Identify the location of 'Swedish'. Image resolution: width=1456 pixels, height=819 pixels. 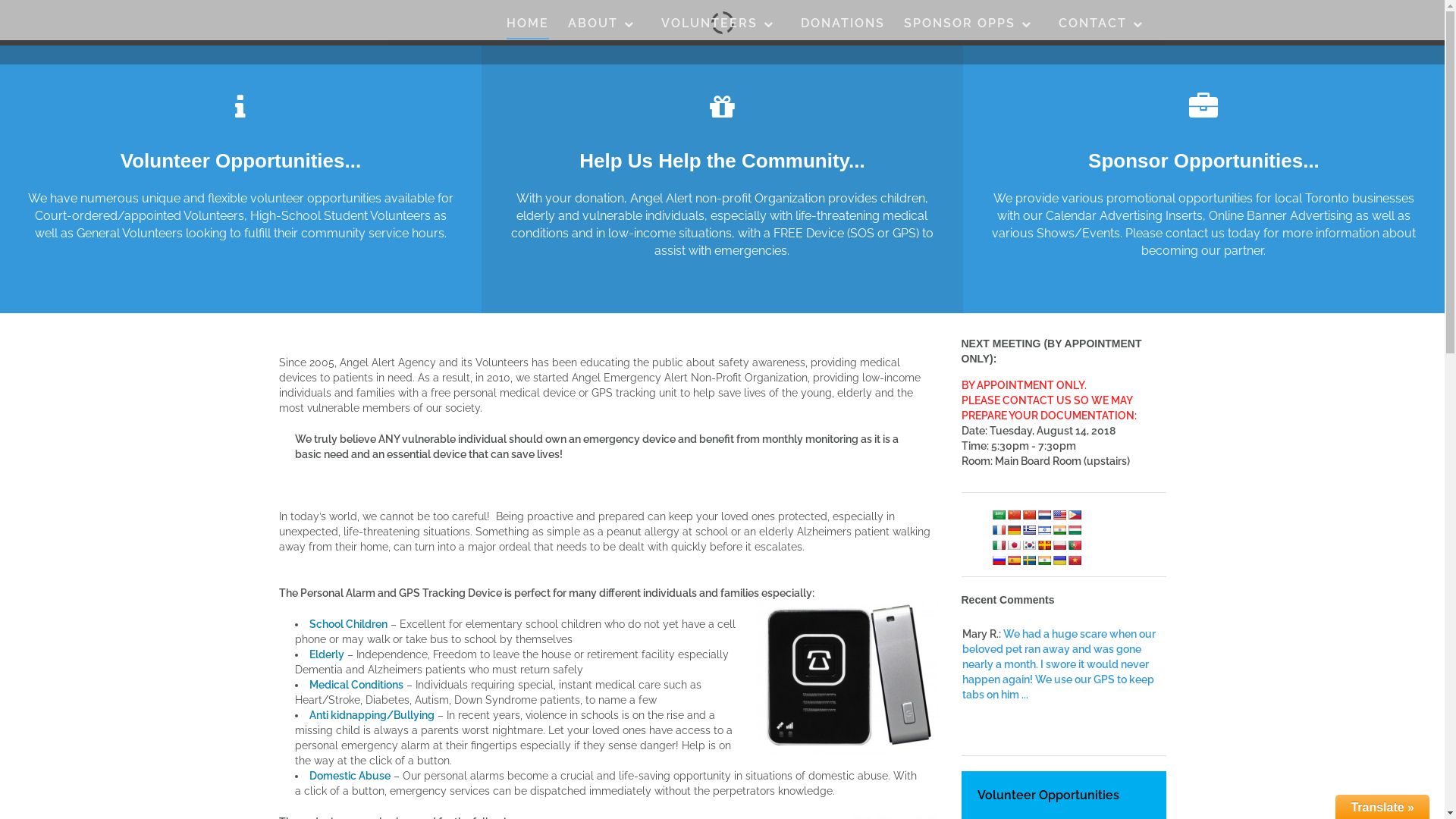
(1029, 559).